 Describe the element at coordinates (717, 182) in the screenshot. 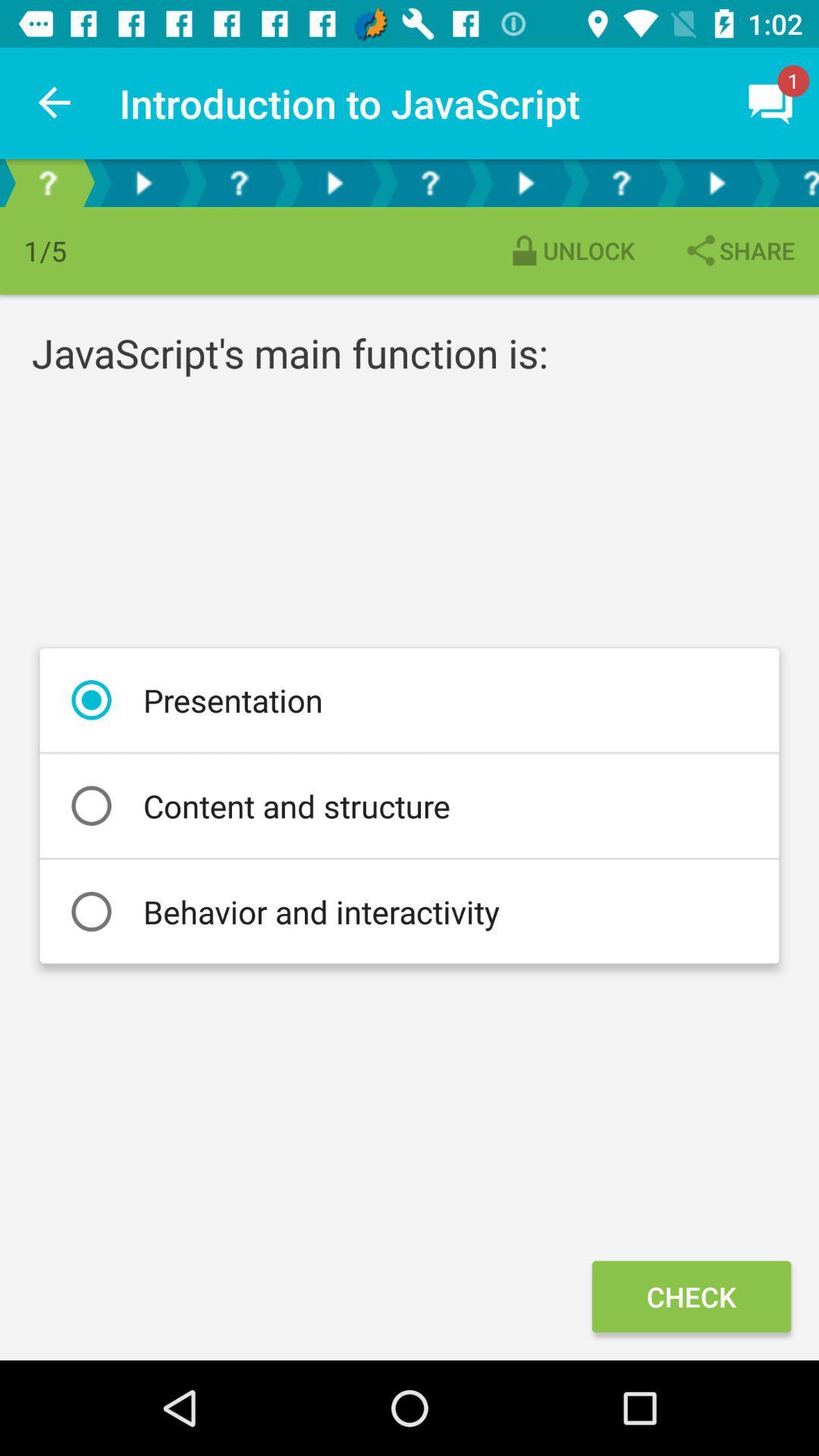

I see `next step` at that location.